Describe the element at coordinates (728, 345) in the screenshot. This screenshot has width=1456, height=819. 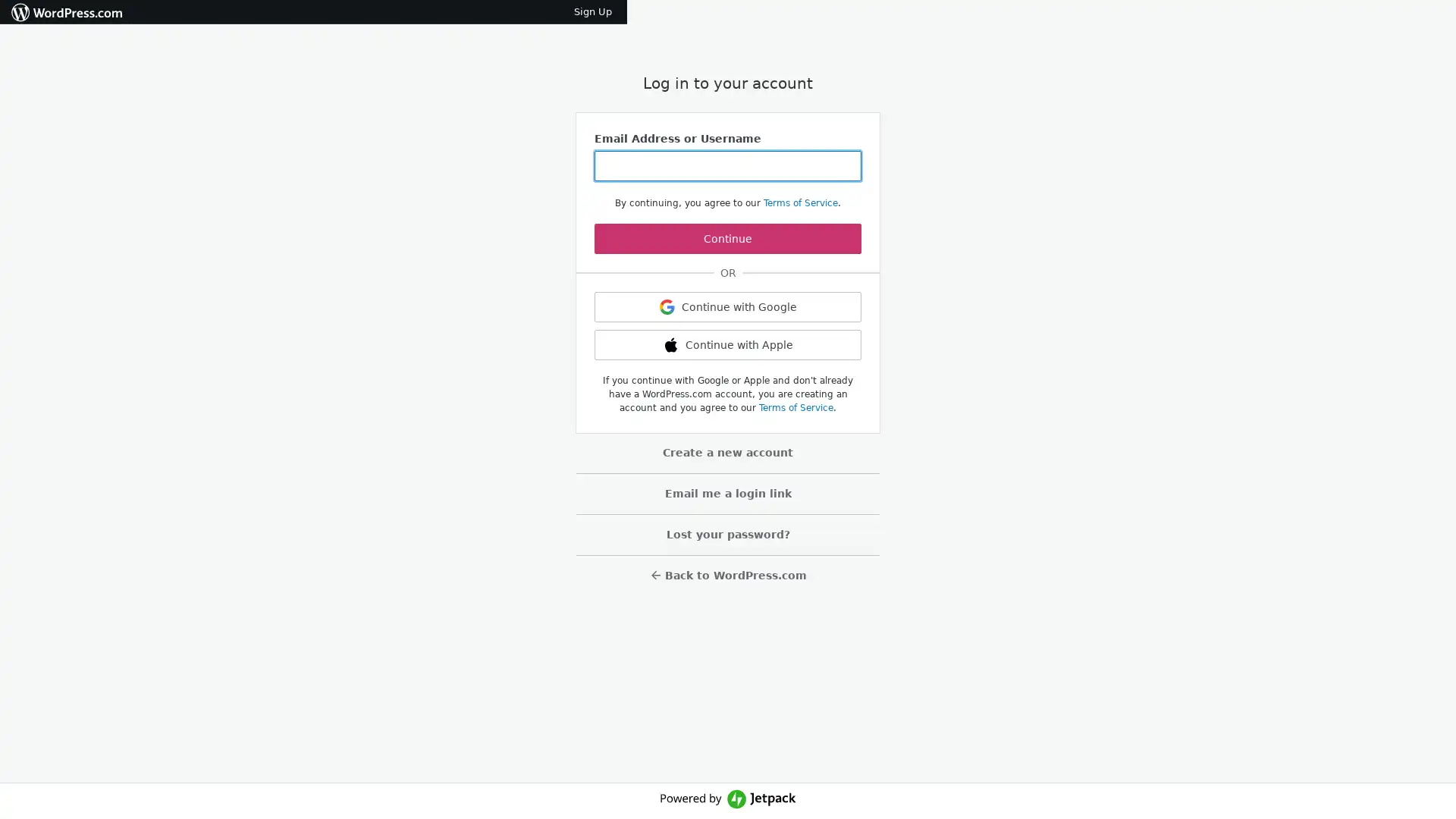
I see `Continue with Apple` at that location.